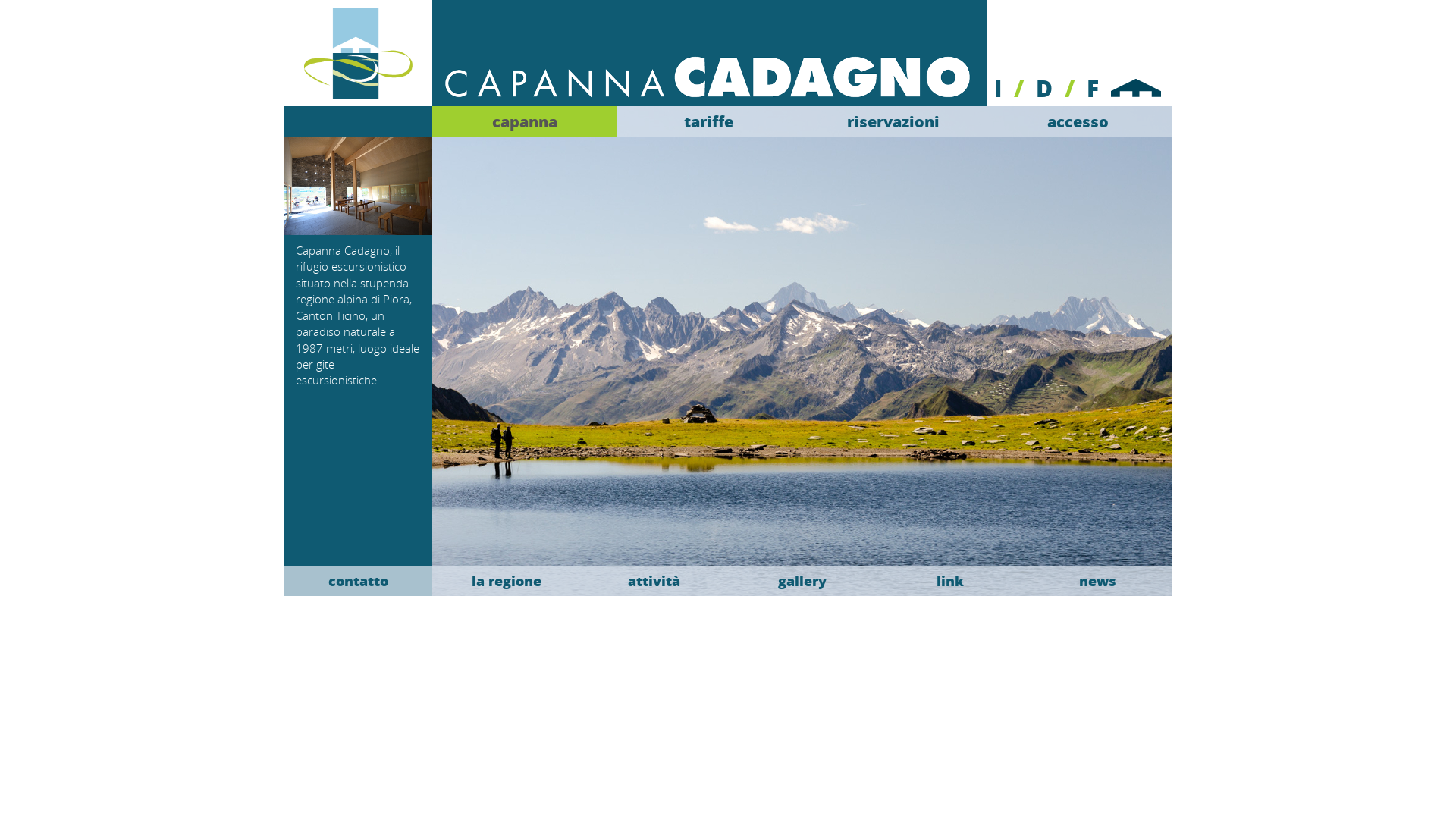 The height and width of the screenshot is (819, 1456). Describe the element at coordinates (876, 580) in the screenshot. I see `'link'` at that location.